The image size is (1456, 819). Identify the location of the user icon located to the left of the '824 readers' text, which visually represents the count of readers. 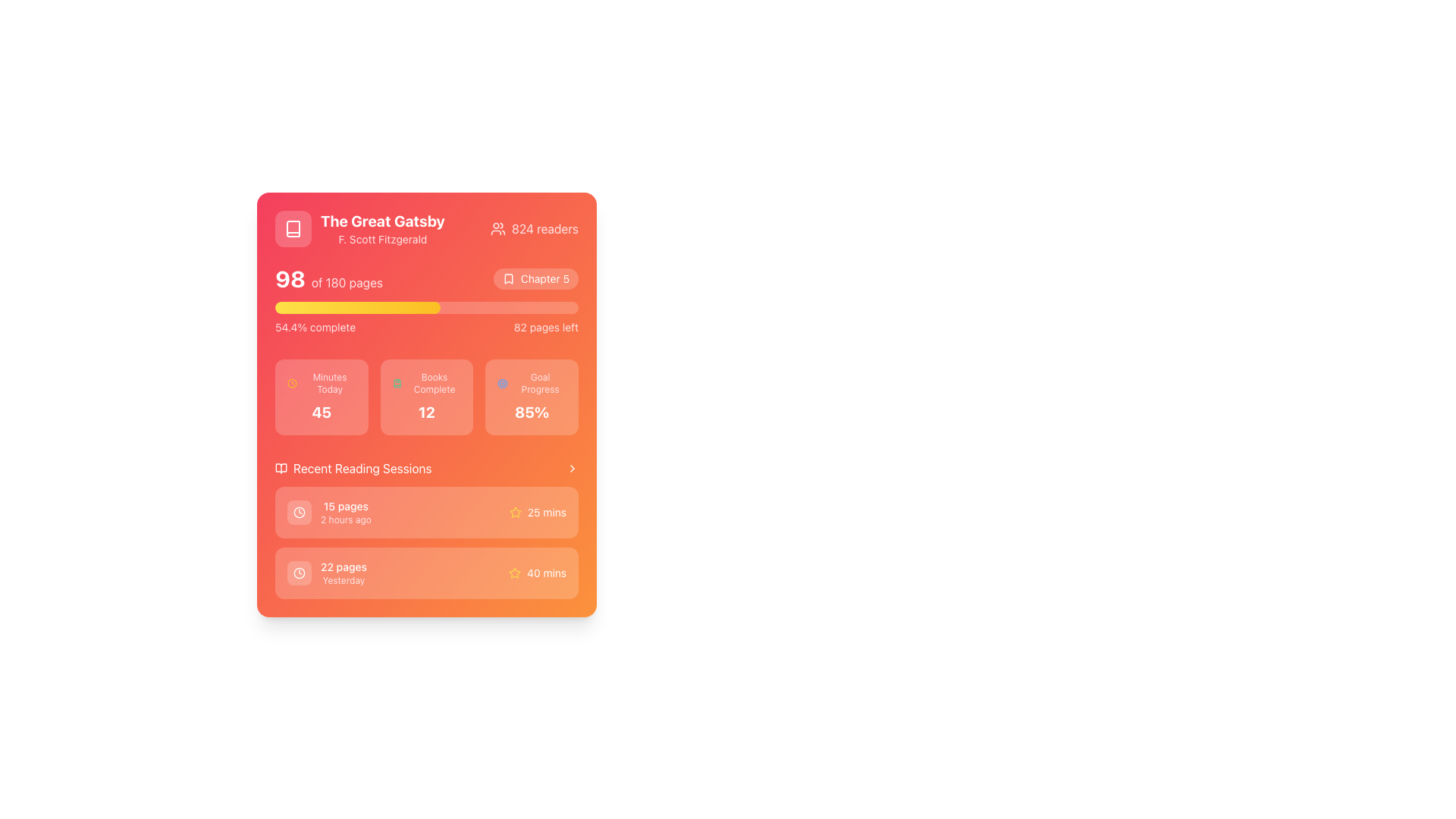
(497, 228).